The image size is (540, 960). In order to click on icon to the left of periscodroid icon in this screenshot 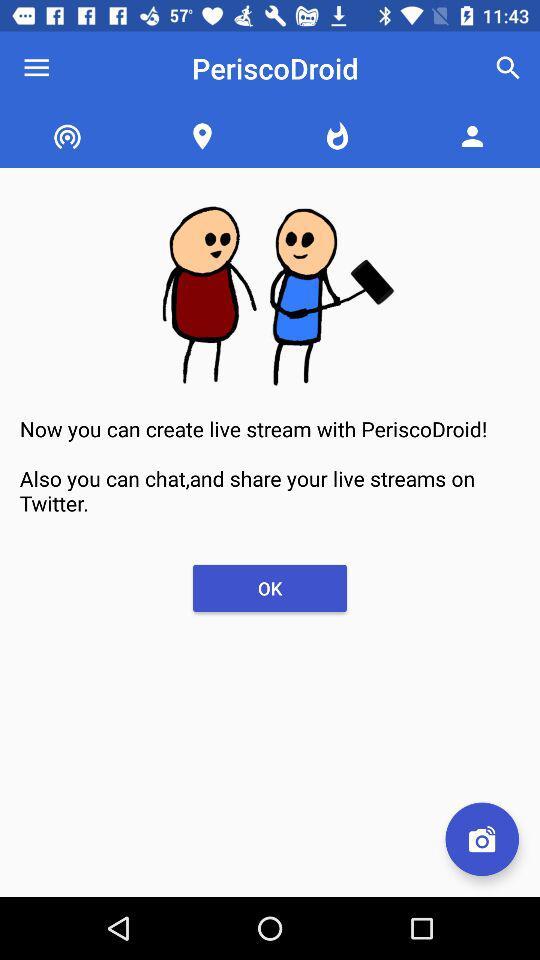, I will do `click(36, 68)`.